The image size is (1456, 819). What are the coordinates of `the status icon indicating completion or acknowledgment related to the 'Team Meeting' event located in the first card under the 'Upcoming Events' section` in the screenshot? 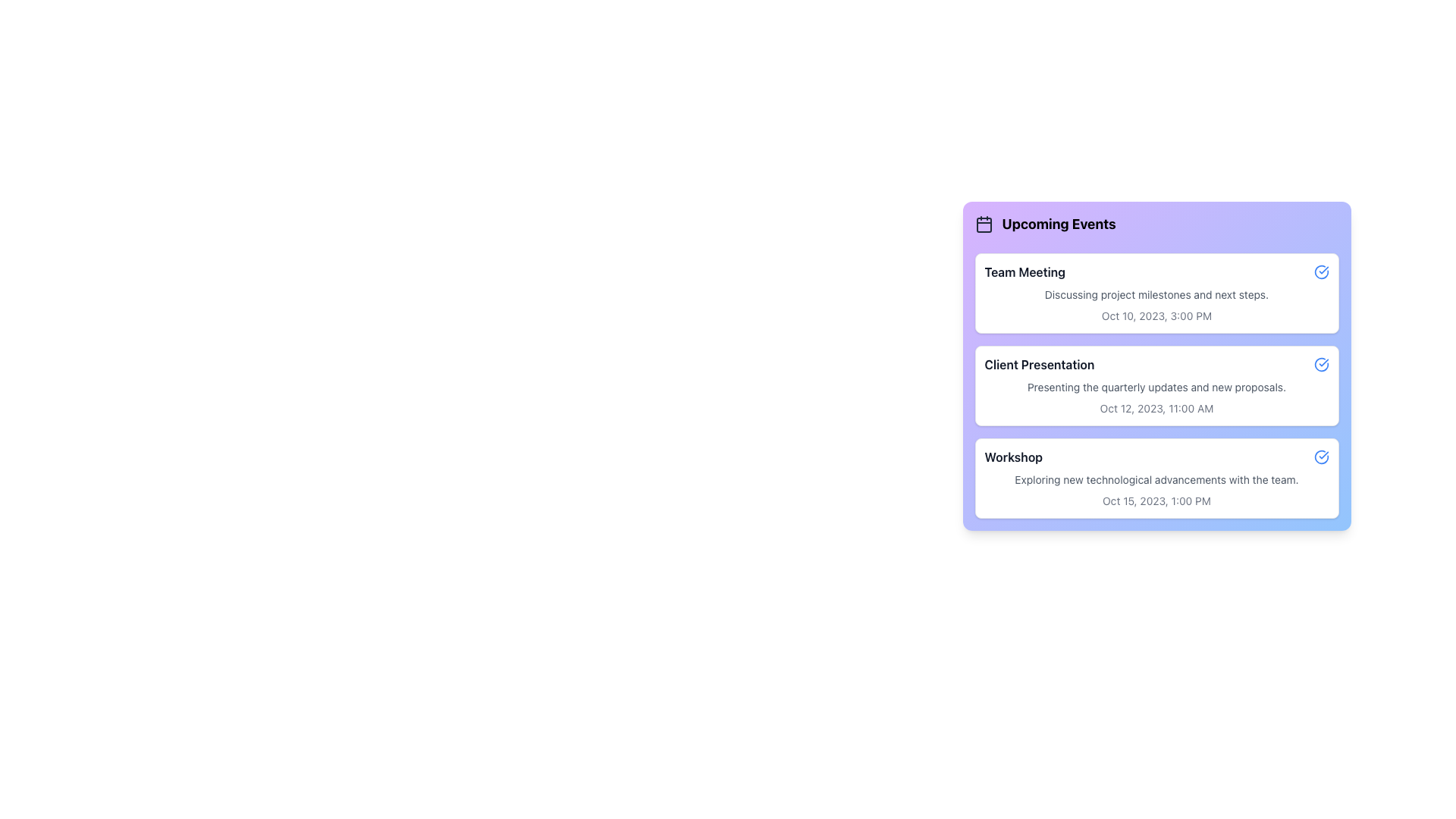 It's located at (1320, 271).